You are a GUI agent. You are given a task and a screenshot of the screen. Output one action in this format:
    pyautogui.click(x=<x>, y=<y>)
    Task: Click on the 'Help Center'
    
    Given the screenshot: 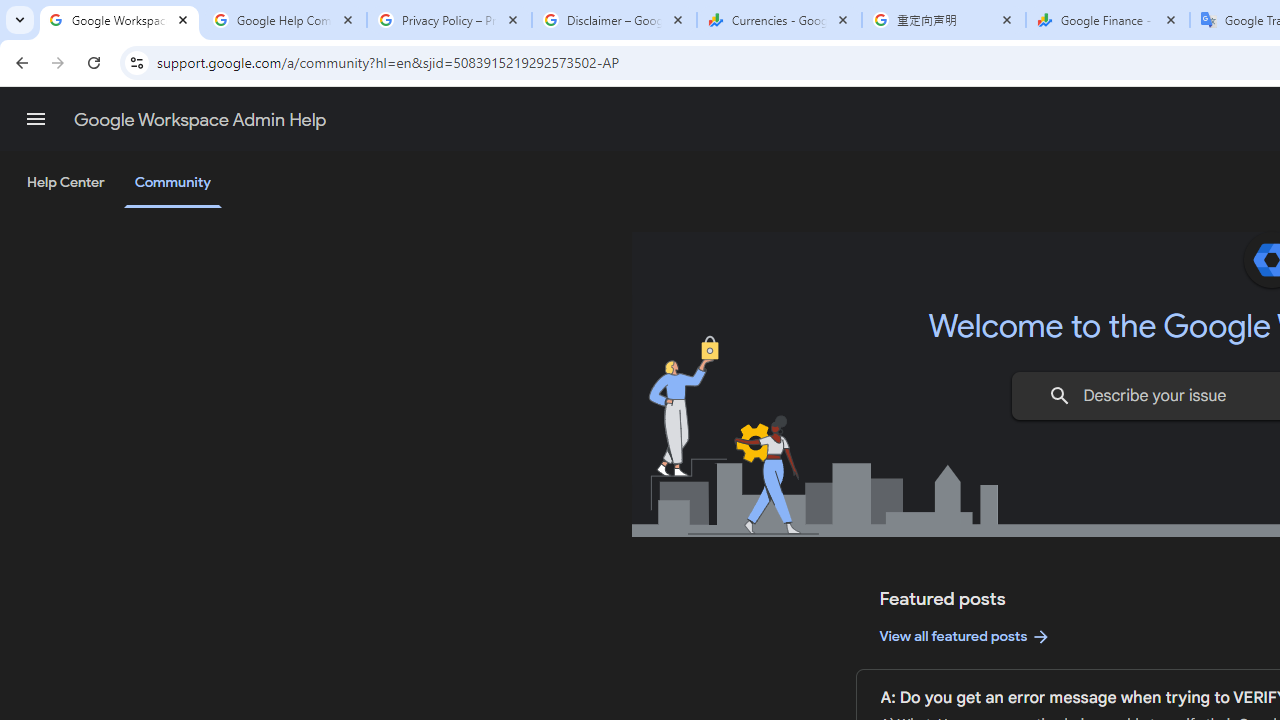 What is the action you would take?
    pyautogui.click(x=65, y=183)
    